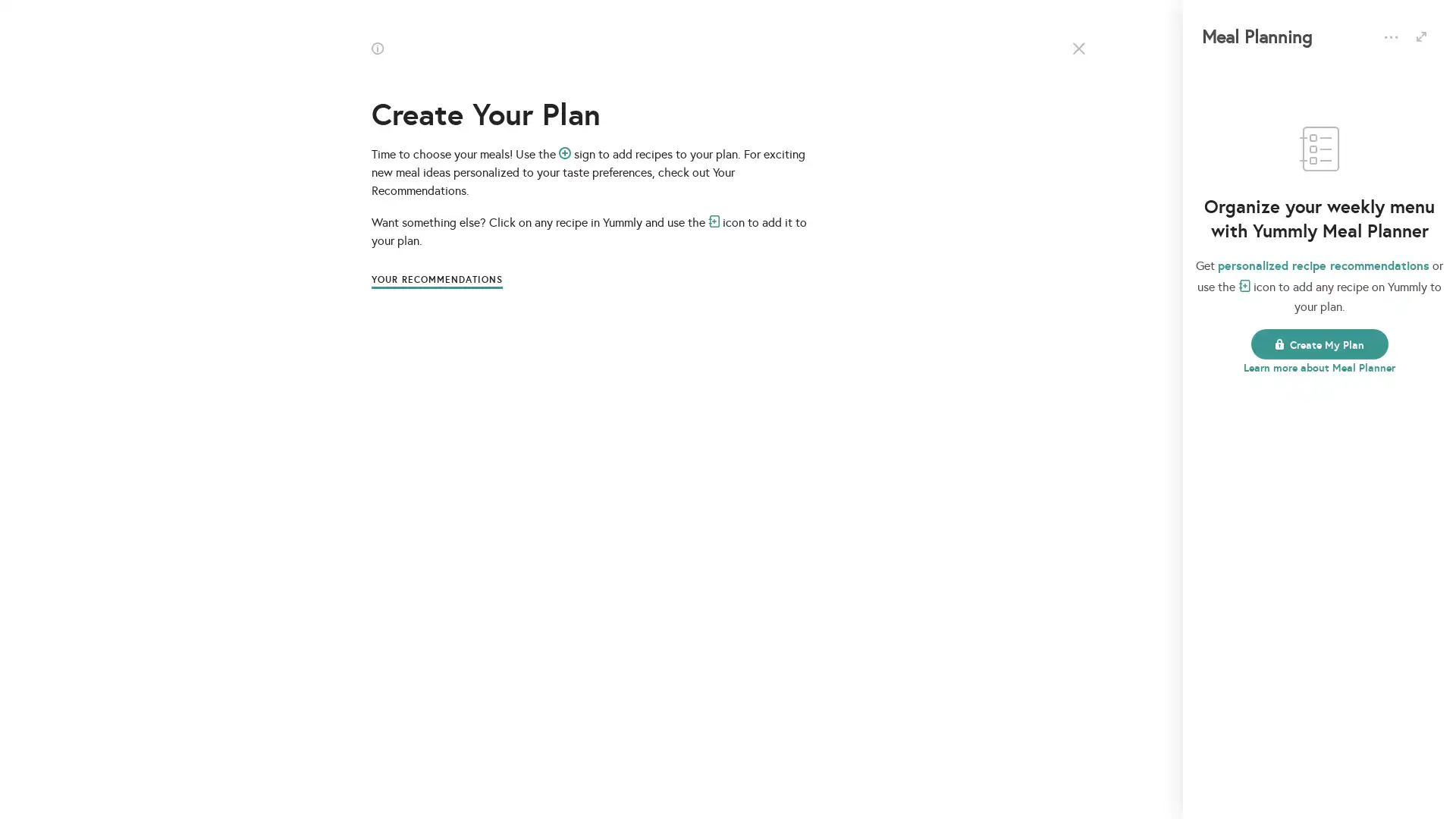  What do you see at coordinates (728, 312) in the screenshot?
I see `Low FODMAP` at bounding box center [728, 312].